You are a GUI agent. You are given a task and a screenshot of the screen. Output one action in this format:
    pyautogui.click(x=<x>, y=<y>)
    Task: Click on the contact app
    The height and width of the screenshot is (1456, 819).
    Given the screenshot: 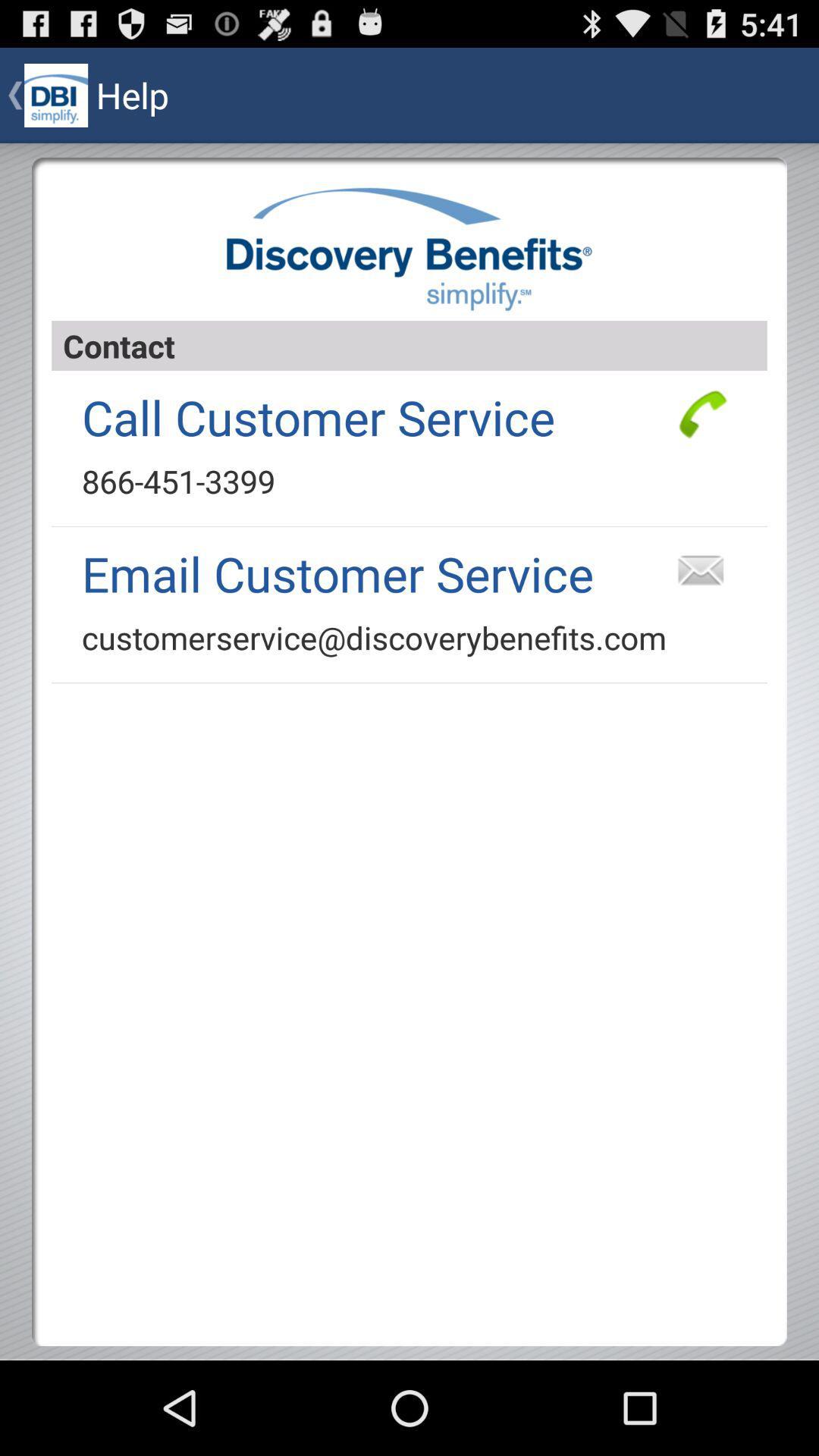 What is the action you would take?
    pyautogui.click(x=409, y=345)
    